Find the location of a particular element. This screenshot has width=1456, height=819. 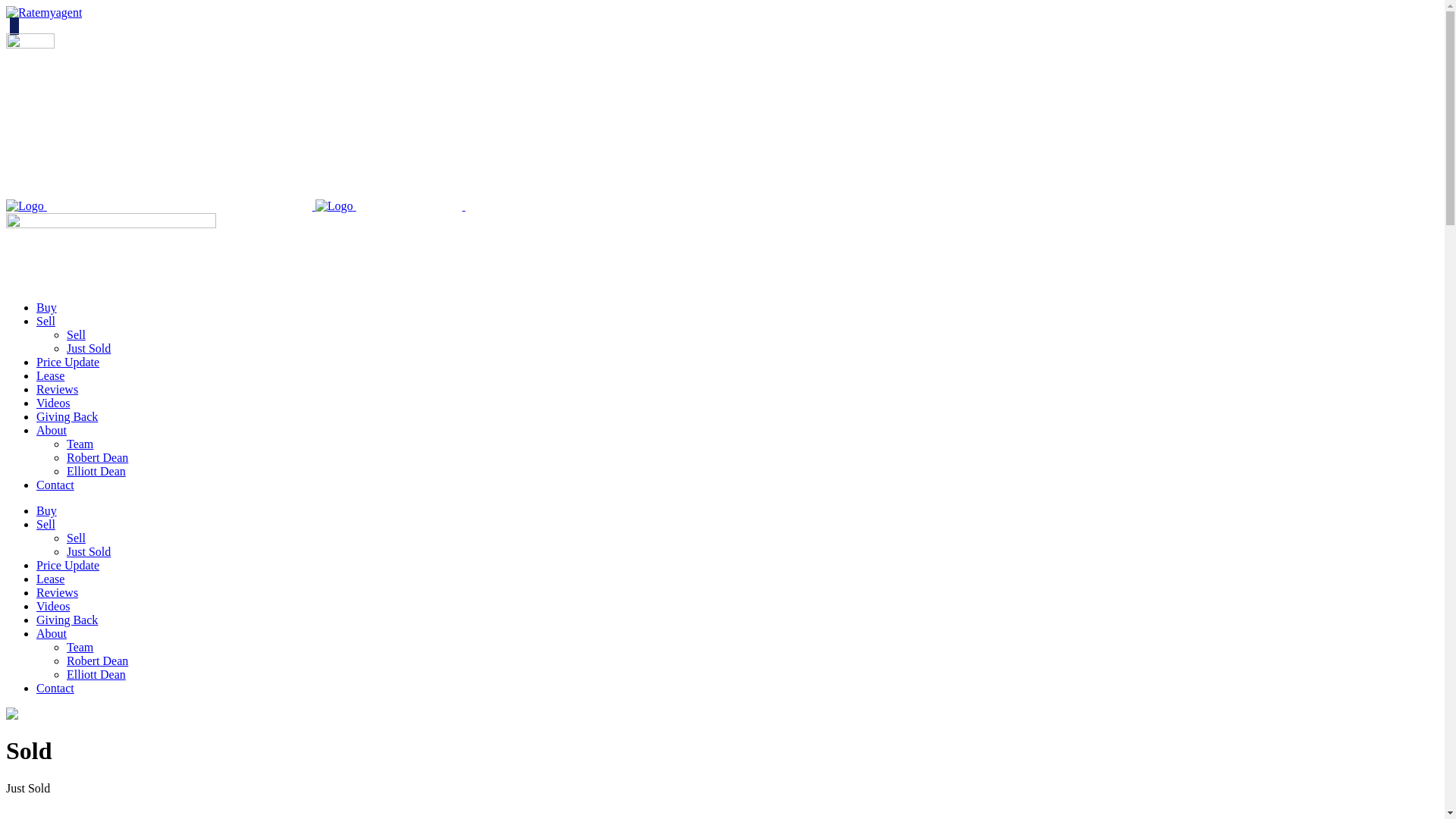

'Reviews' is located at coordinates (57, 591).